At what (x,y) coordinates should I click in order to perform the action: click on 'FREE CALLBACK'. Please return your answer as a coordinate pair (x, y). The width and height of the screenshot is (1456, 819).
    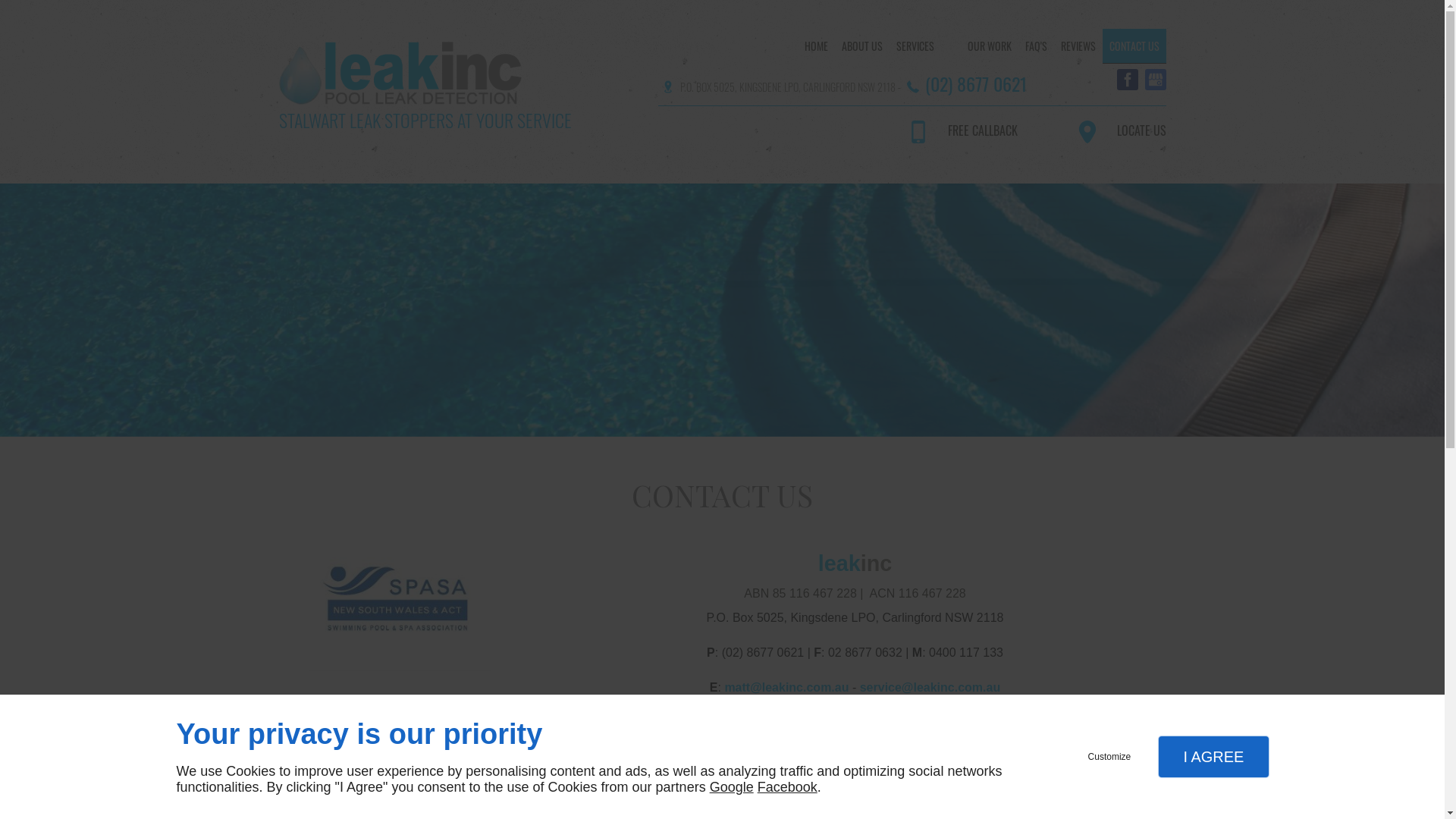
    Looking at the image, I should click on (953, 130).